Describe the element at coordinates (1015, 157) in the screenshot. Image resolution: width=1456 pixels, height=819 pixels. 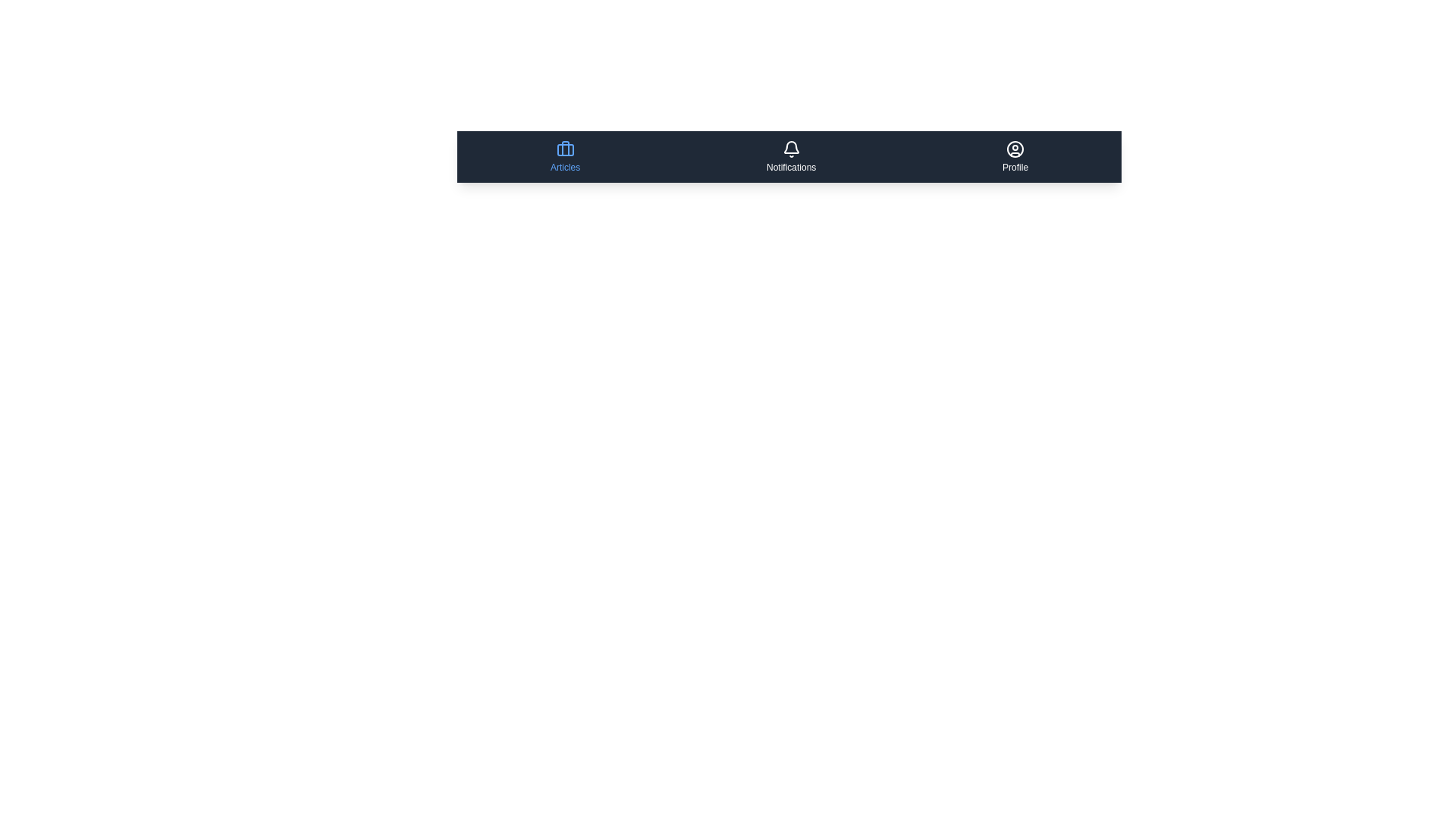
I see `the menu item labeled Profile` at that location.